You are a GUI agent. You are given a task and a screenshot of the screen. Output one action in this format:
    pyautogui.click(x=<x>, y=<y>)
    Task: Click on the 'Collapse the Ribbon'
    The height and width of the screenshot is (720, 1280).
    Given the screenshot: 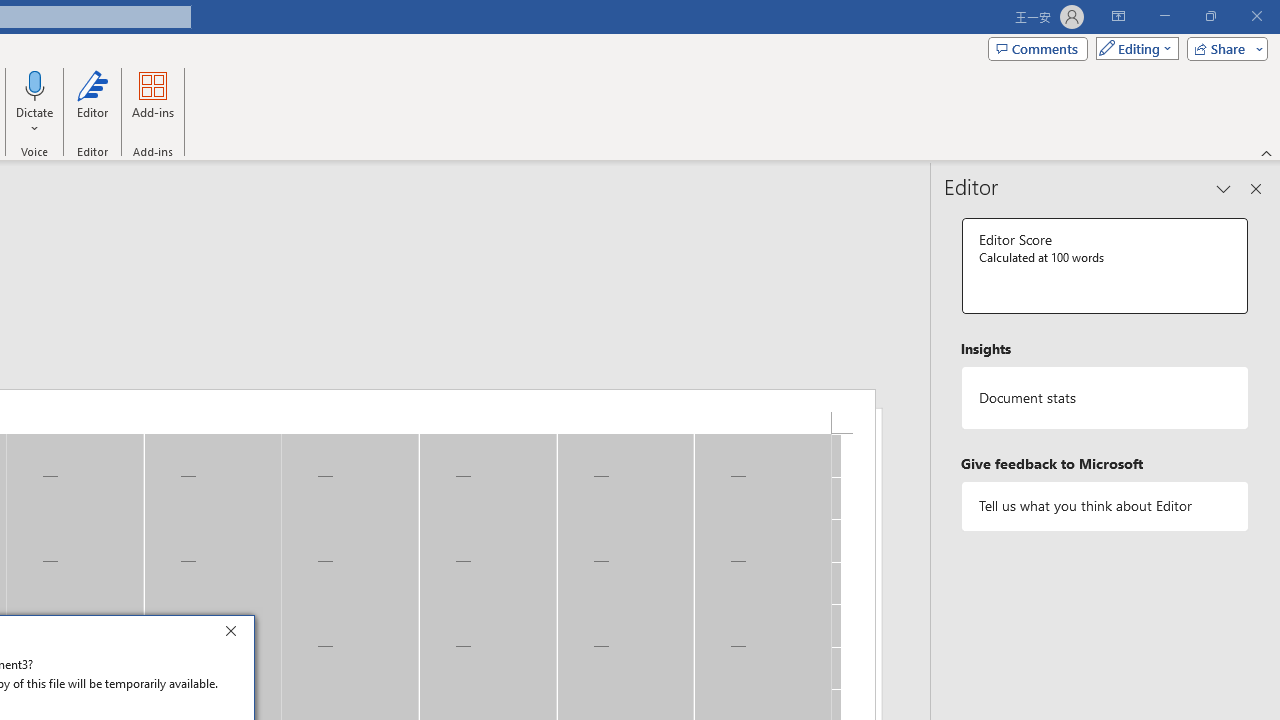 What is the action you would take?
    pyautogui.click(x=1266, y=152)
    